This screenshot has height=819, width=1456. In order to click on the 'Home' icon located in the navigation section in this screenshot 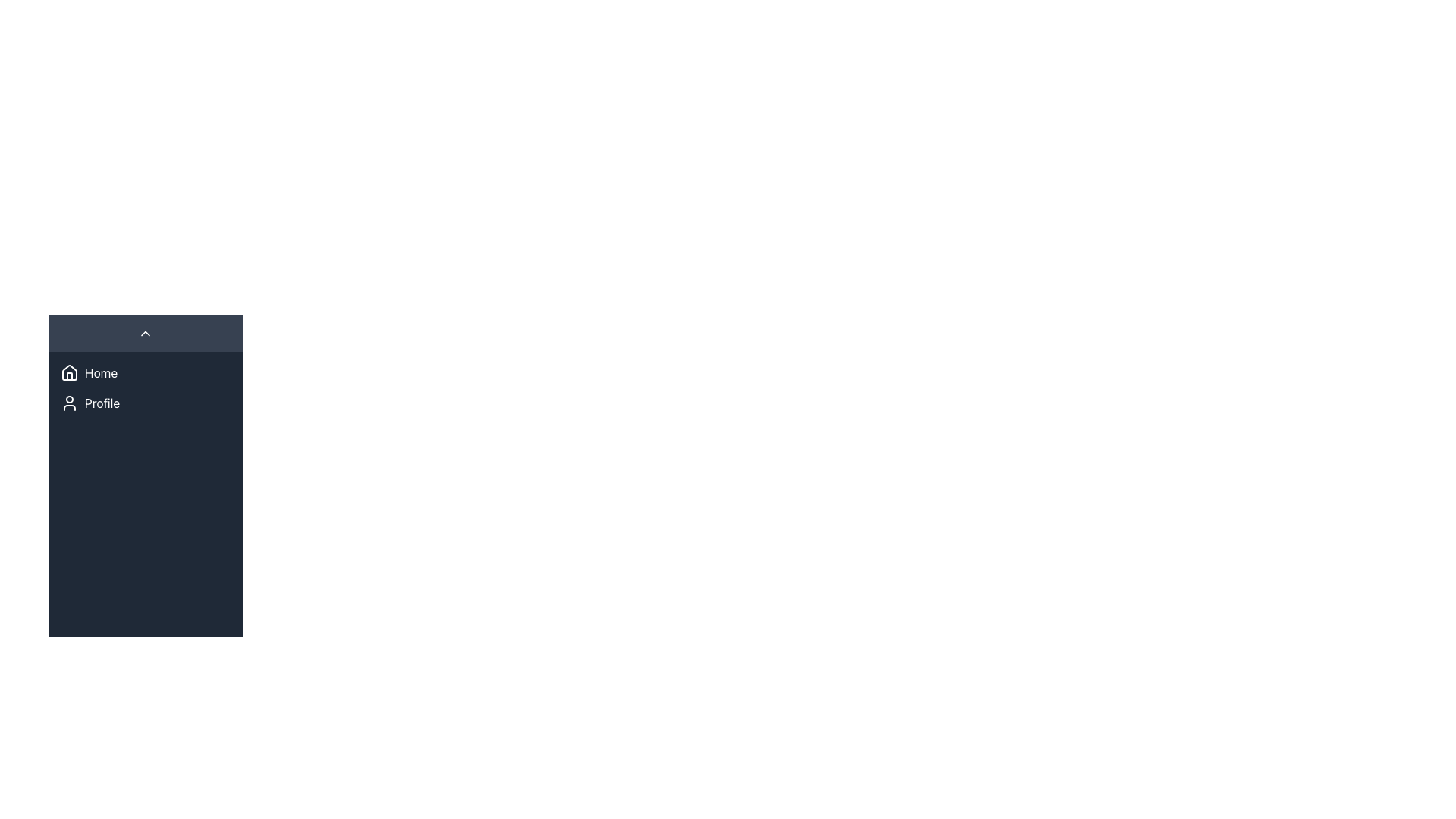, I will do `click(68, 373)`.